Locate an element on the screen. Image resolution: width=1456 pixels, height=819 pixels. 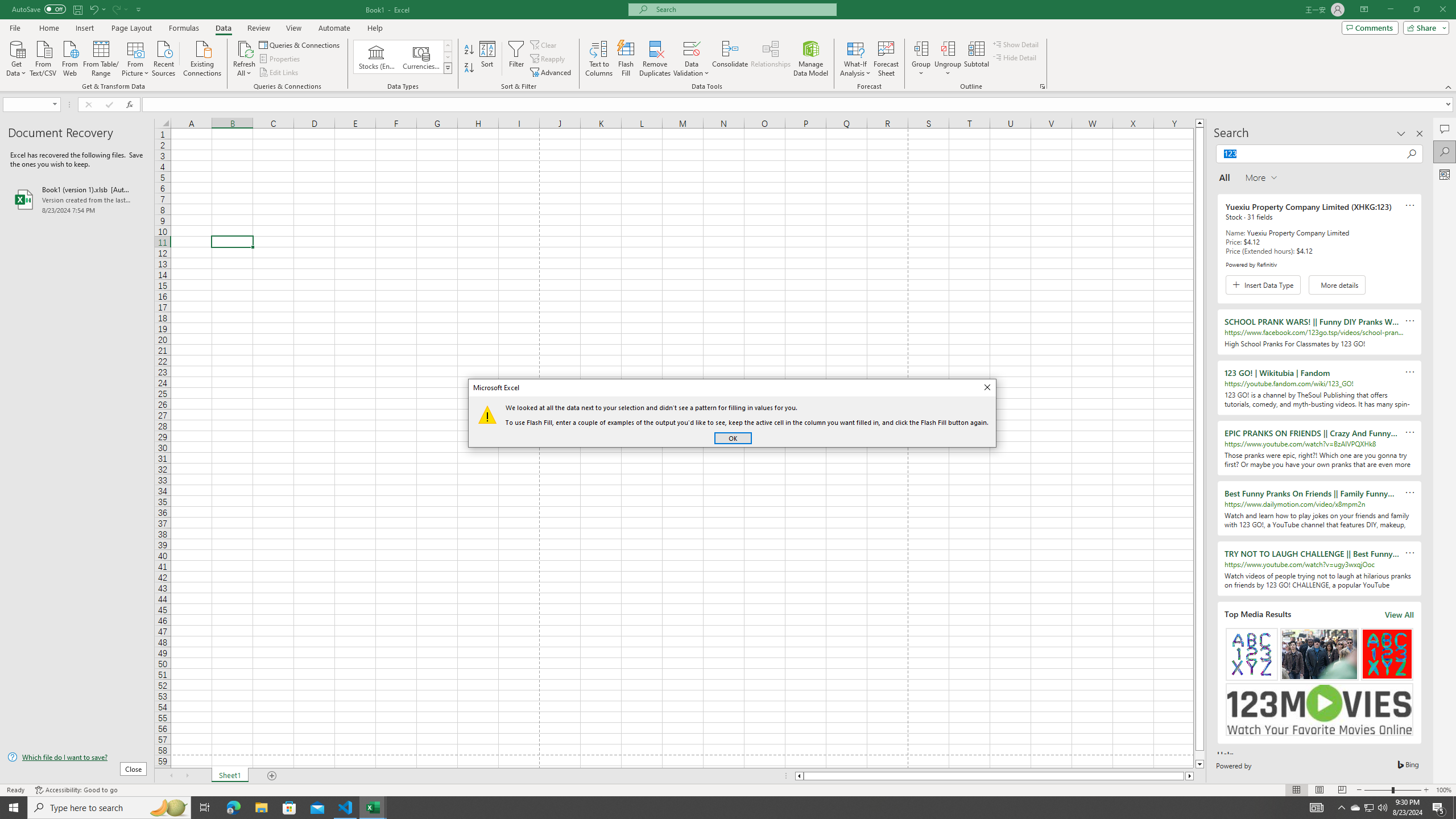
'Action Center, 5 new notifications' is located at coordinates (1439, 806).